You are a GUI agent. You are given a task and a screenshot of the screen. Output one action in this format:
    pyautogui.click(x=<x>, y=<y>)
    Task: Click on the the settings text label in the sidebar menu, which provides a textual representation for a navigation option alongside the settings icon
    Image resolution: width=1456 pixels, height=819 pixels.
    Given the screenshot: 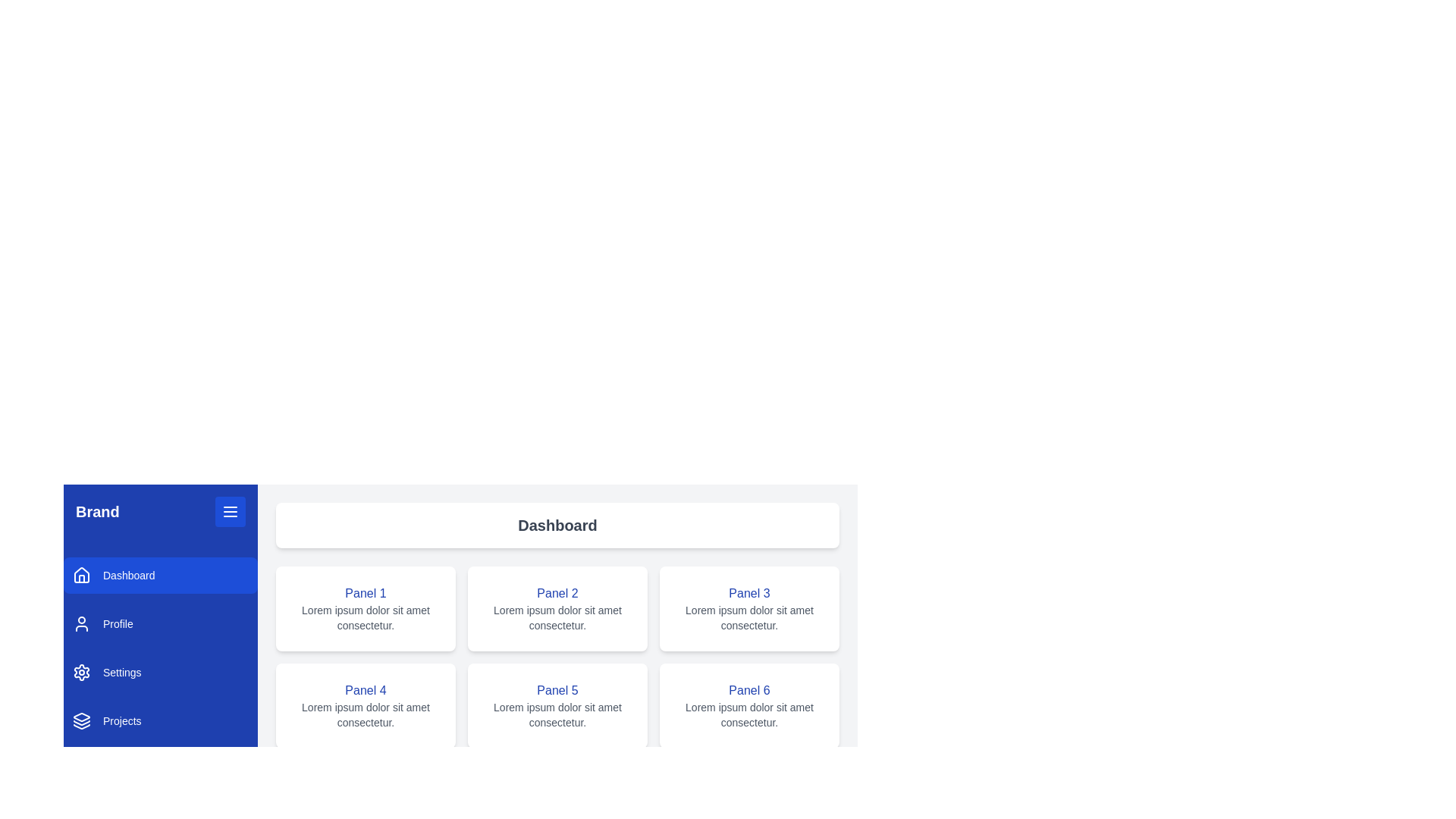 What is the action you would take?
    pyautogui.click(x=122, y=672)
    